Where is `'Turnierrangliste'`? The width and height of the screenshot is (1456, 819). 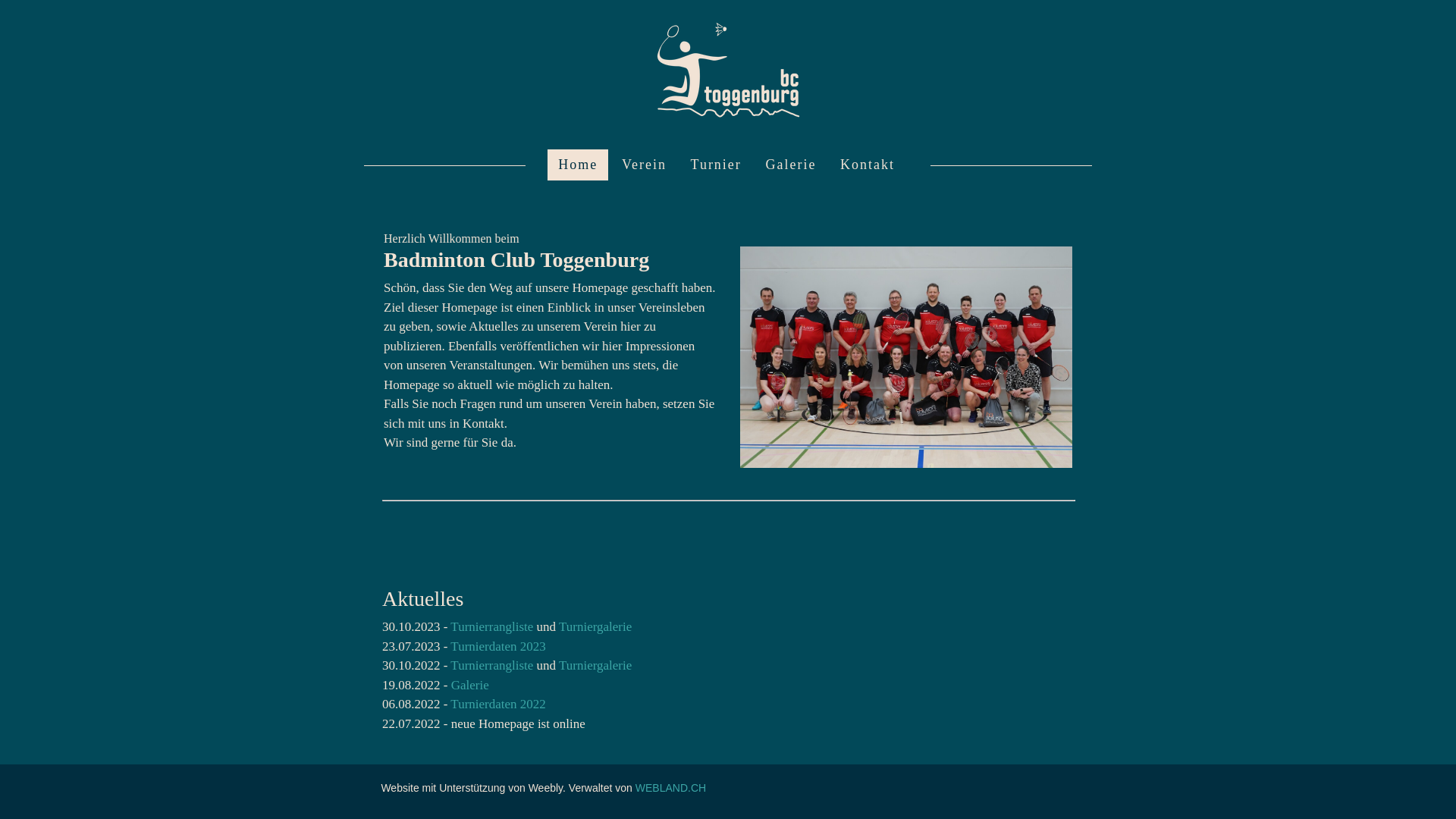
'Turnierrangliste' is located at coordinates (493, 626).